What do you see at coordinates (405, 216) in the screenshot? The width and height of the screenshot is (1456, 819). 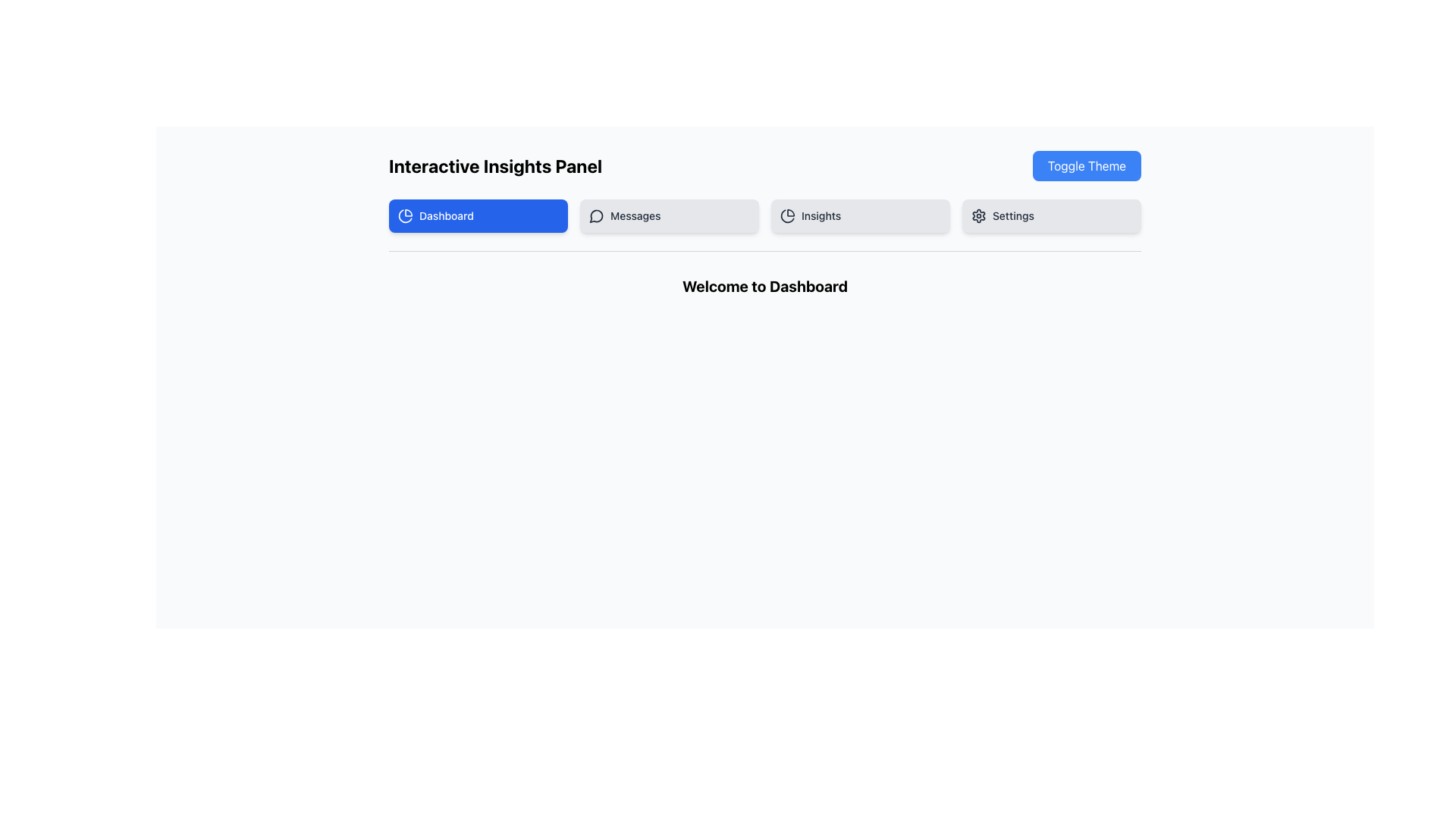 I see `the 'Dashboard' button which is represented by an icon in the top-left navigation bar` at bounding box center [405, 216].